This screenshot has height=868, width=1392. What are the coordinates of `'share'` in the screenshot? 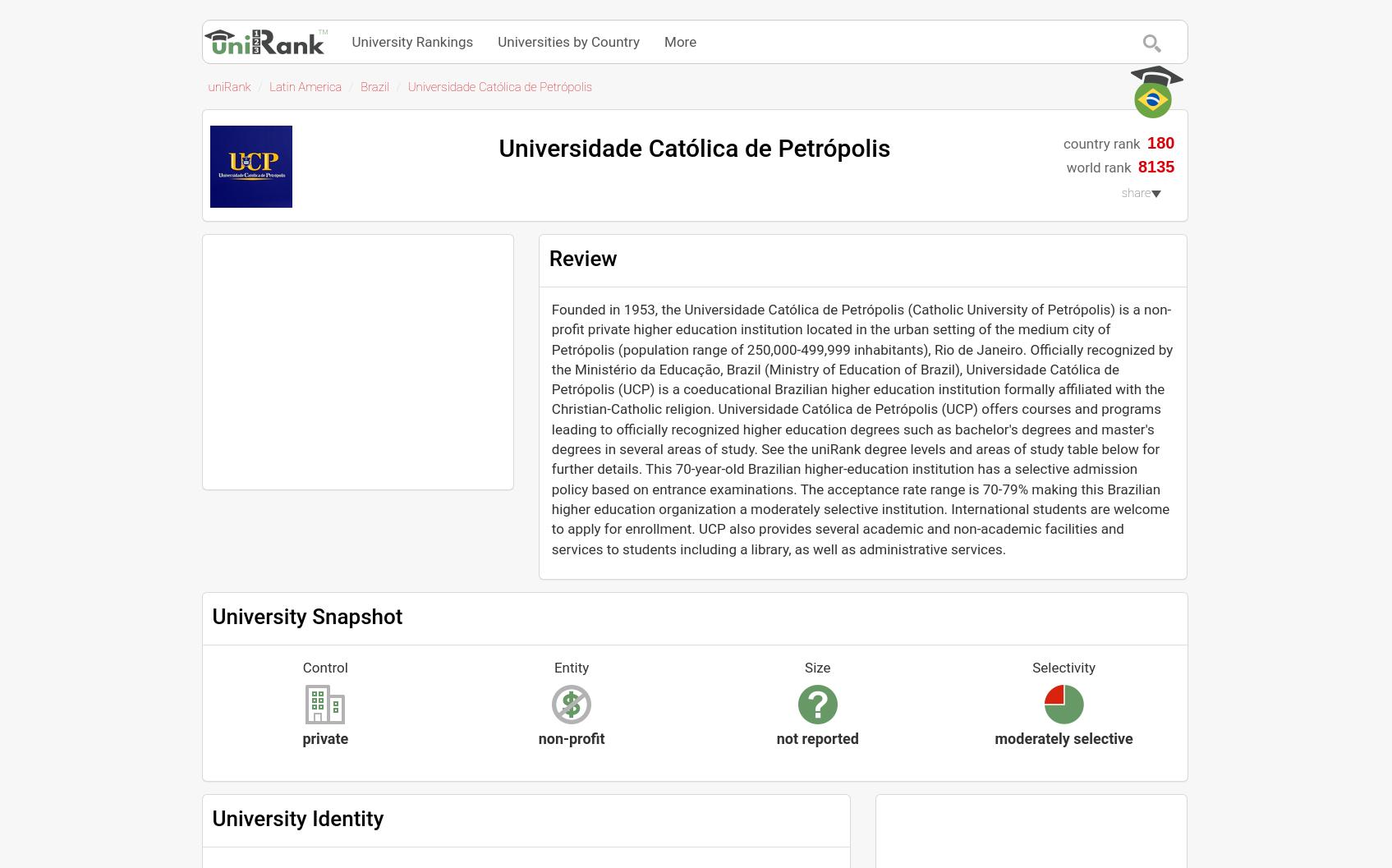 It's located at (1134, 191).